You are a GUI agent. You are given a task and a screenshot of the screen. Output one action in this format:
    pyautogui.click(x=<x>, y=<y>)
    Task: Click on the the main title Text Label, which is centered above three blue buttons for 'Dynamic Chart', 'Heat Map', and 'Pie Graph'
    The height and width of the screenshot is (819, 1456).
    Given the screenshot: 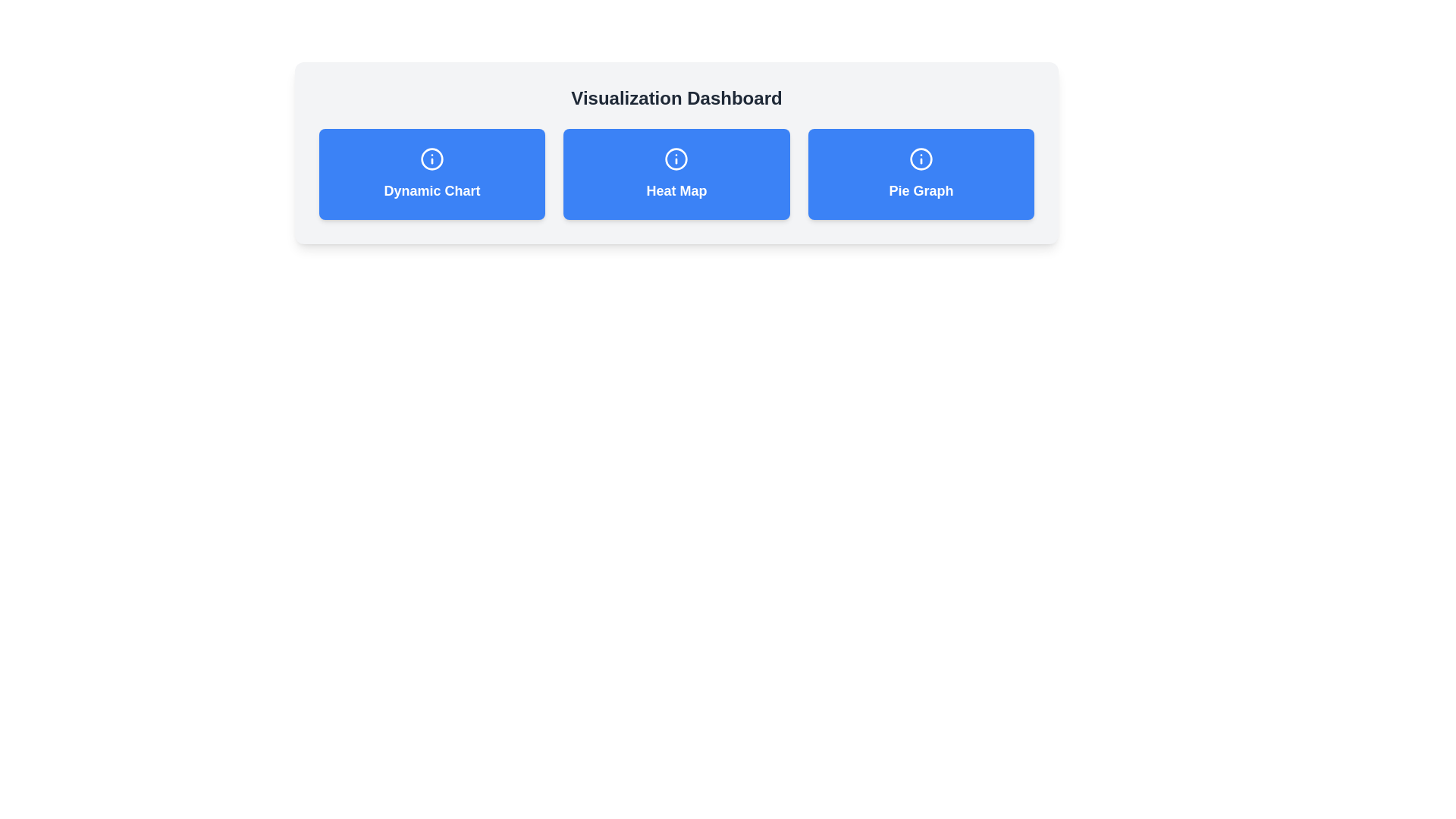 What is the action you would take?
    pyautogui.click(x=676, y=99)
    